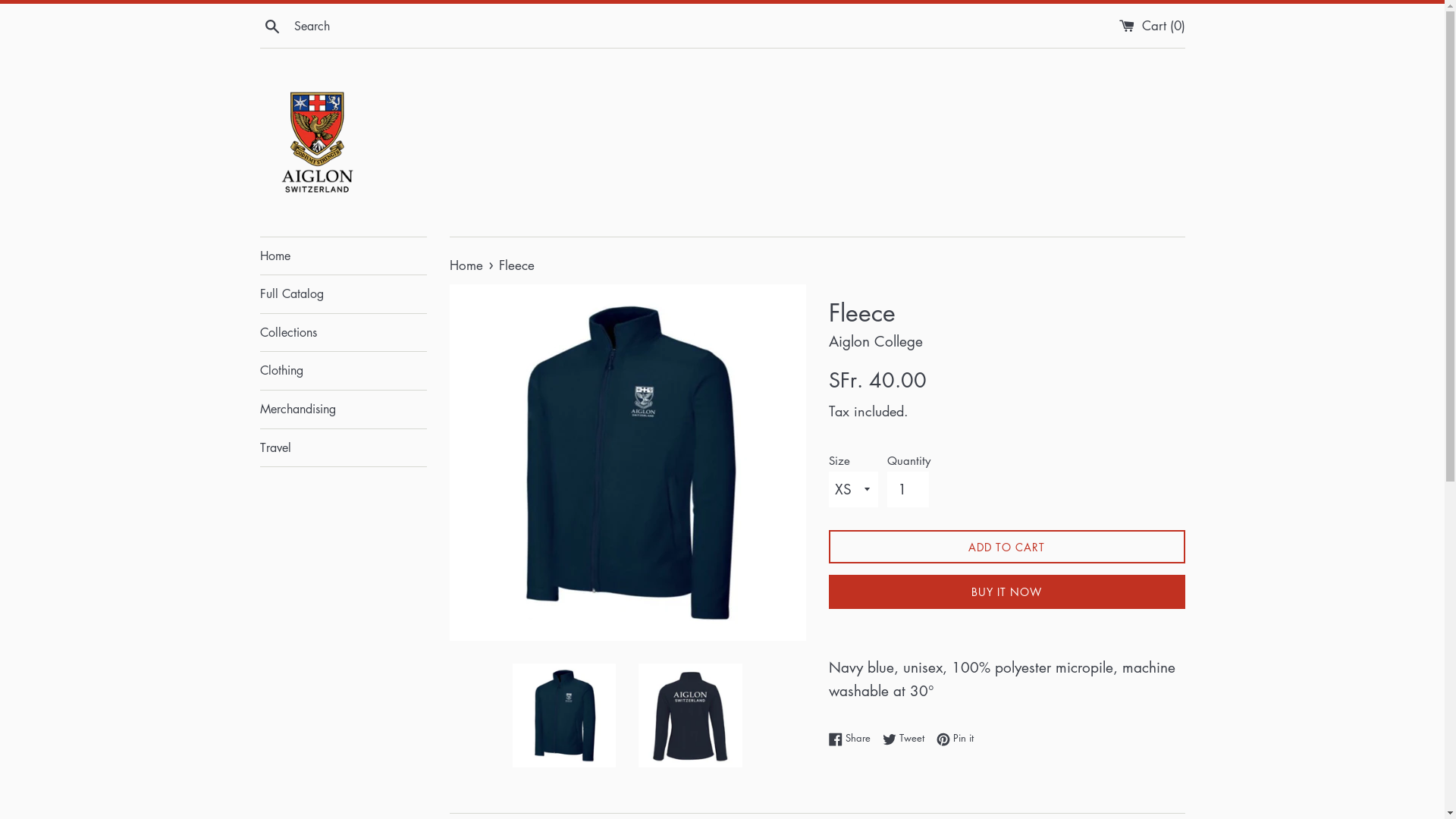  What do you see at coordinates (953, 736) in the screenshot?
I see `'Pin it` at bounding box center [953, 736].